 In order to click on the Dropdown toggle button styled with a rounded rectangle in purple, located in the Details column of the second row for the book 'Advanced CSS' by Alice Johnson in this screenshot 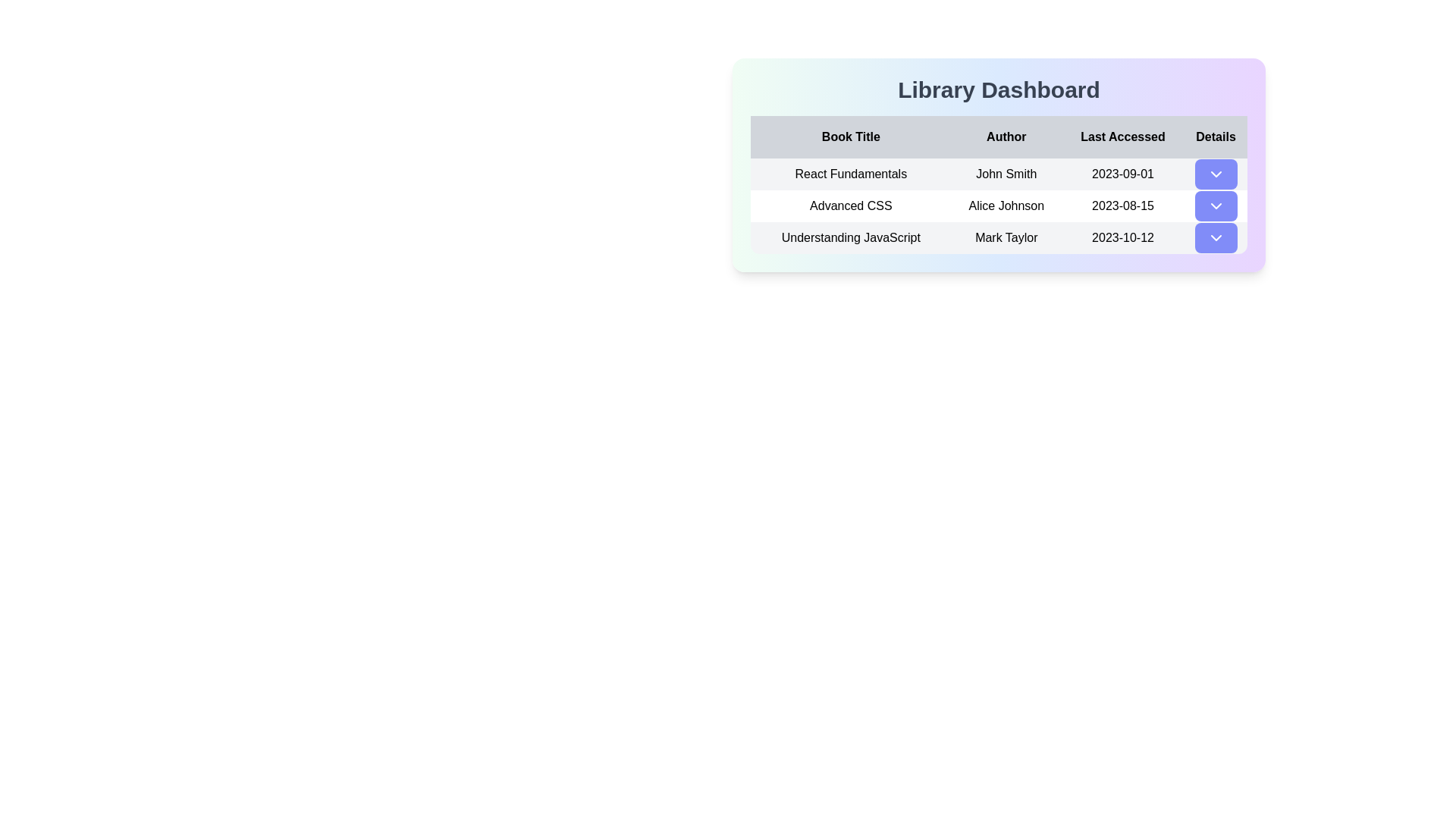, I will do `click(1216, 206)`.